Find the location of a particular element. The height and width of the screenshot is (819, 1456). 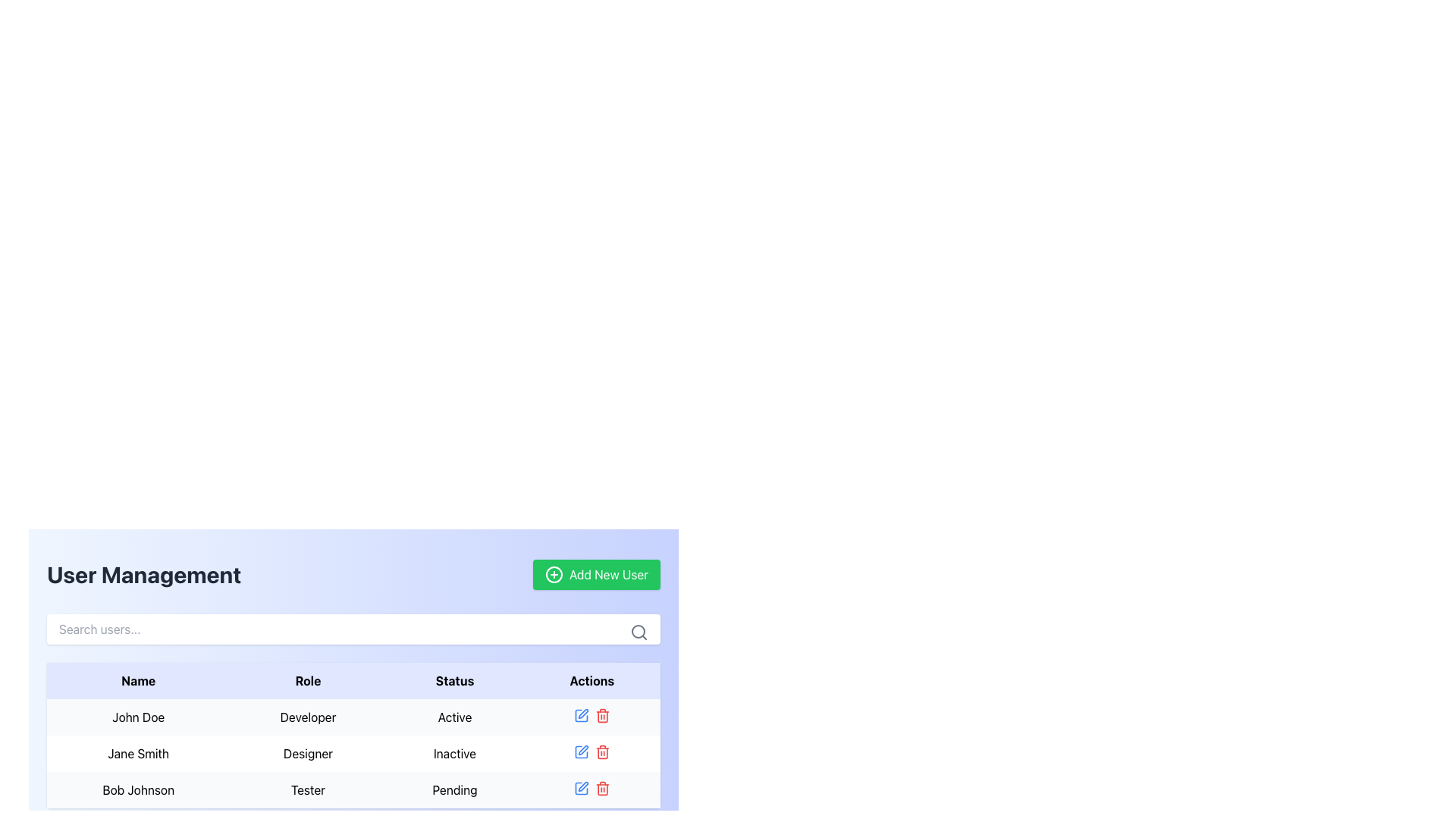

the blue edit icon button located in the 'Actions' column of the third row for 'Bob Johnson' to initiate the edit action is located at coordinates (580, 788).